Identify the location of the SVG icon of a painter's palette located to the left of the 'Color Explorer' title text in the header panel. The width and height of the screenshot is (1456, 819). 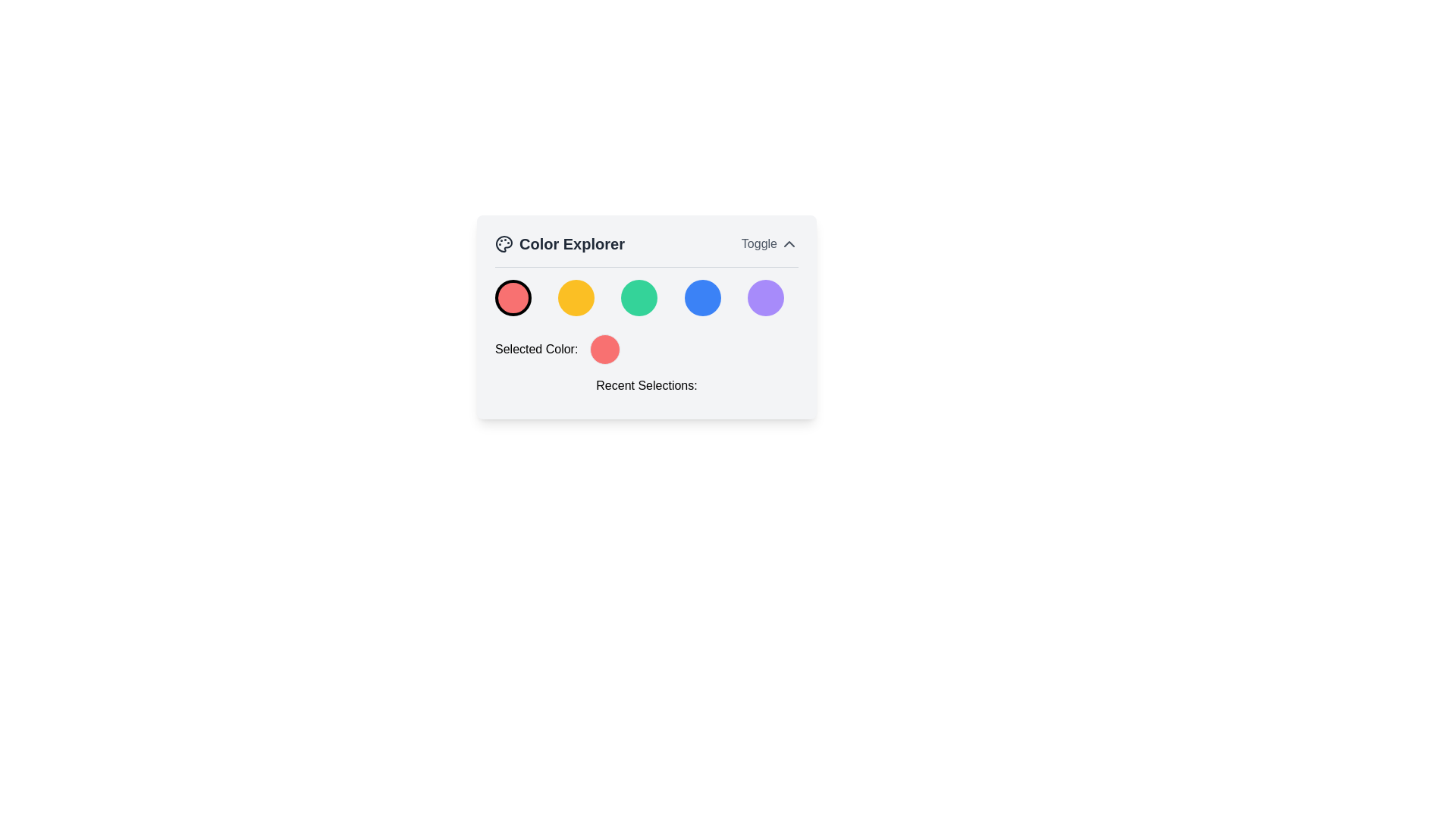
(504, 243).